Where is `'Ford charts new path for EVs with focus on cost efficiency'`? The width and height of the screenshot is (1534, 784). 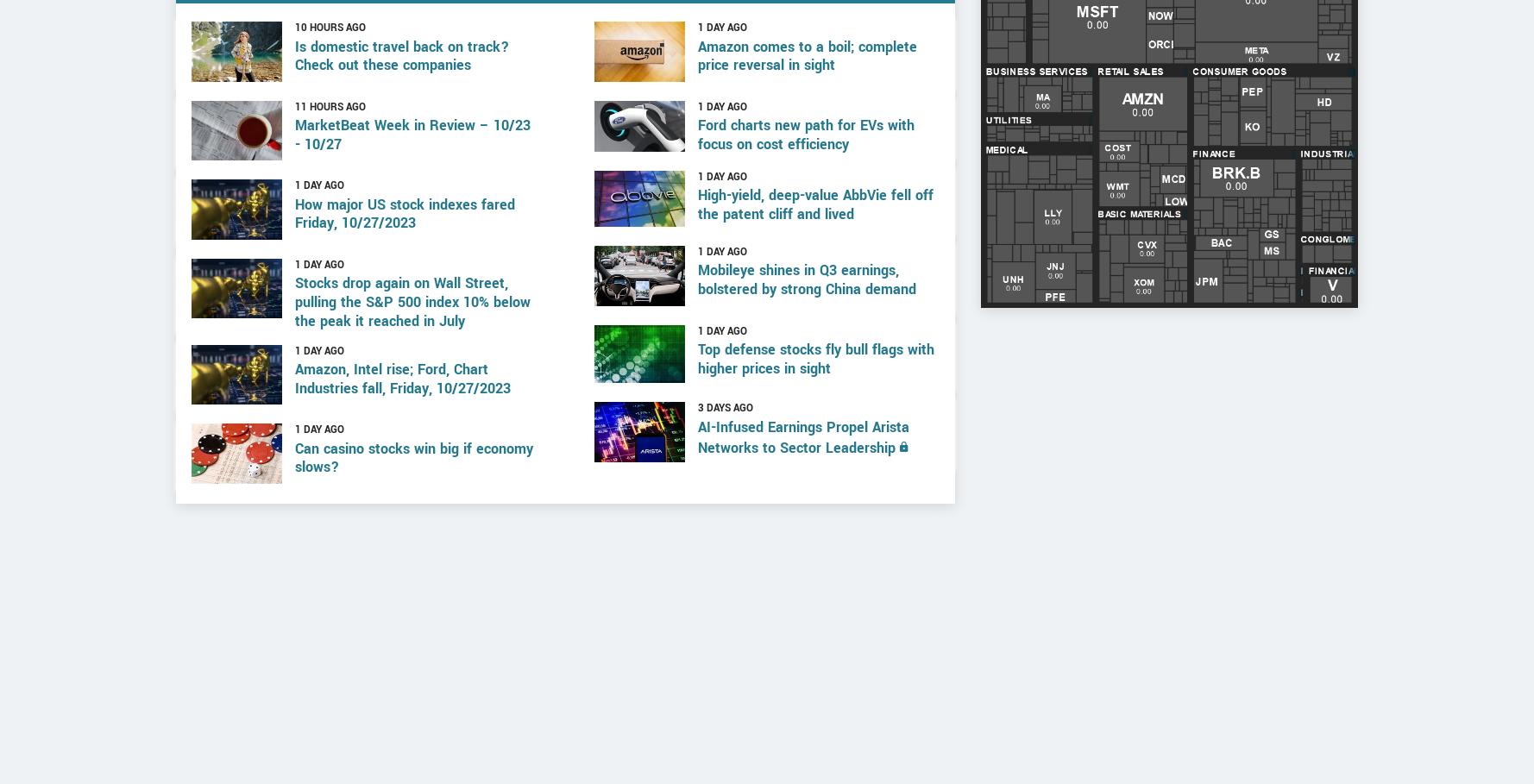 'Ford charts new path for EVs with focus on cost efficiency' is located at coordinates (805, 199).